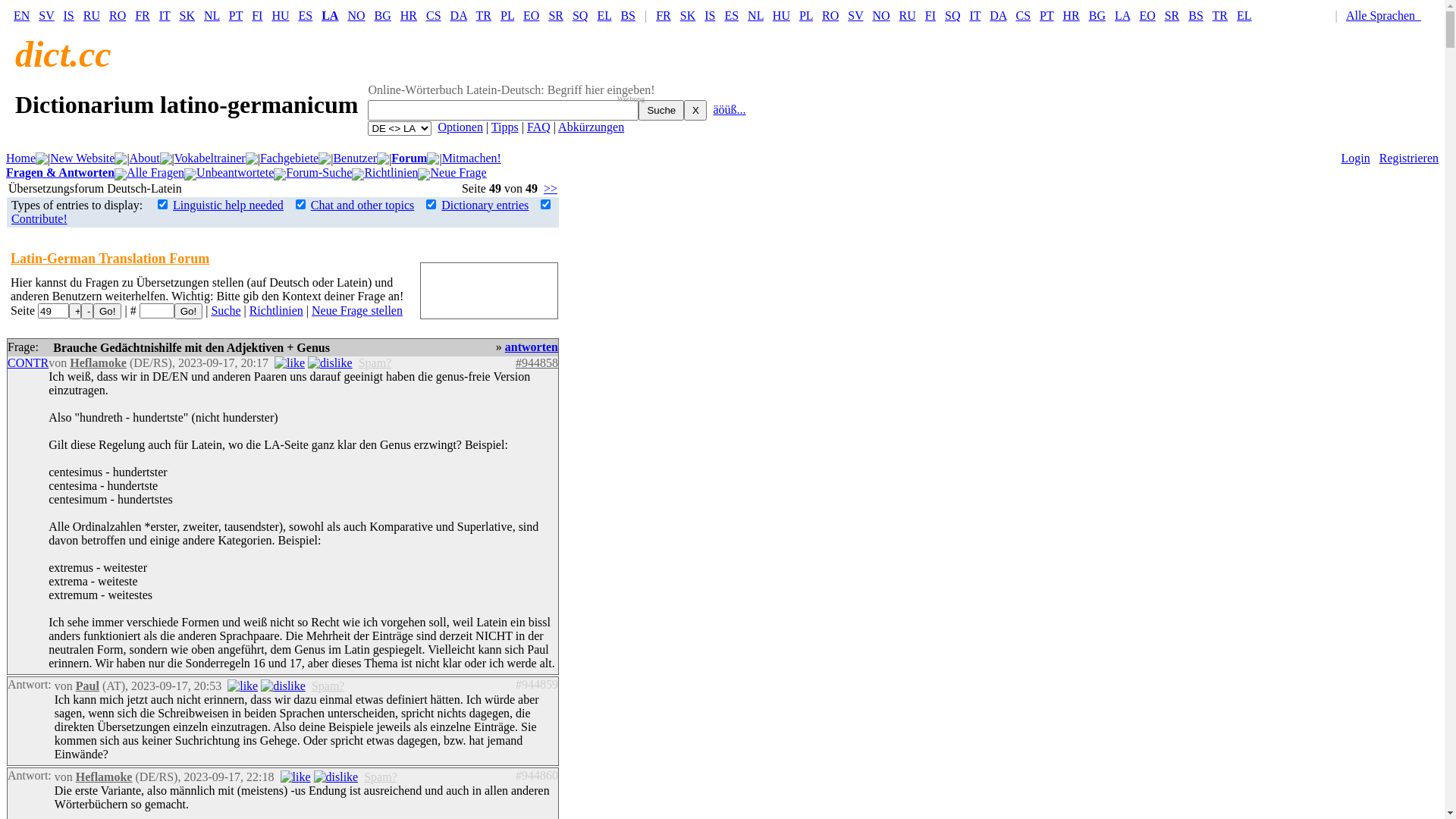 The width and height of the screenshot is (1456, 819). What do you see at coordinates (276, 309) in the screenshot?
I see `'Richtlinien'` at bounding box center [276, 309].